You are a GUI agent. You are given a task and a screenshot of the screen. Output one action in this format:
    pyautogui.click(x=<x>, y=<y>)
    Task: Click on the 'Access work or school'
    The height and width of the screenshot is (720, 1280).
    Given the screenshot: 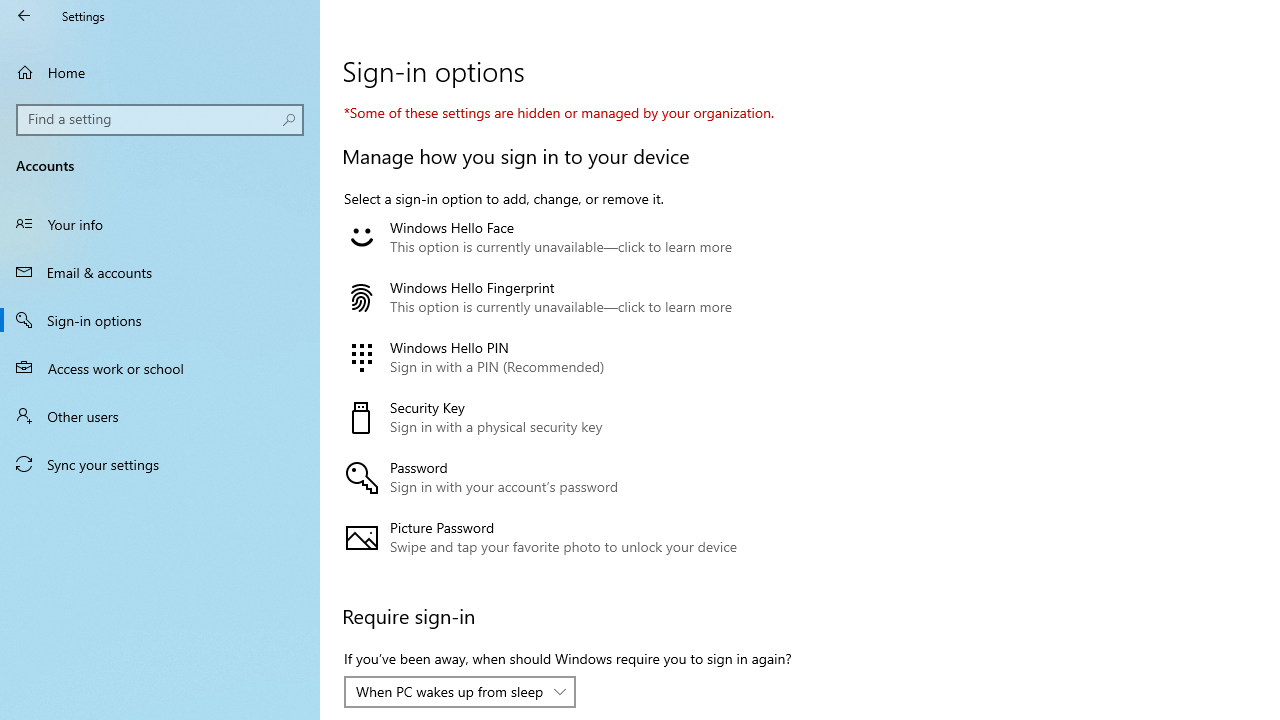 What is the action you would take?
    pyautogui.click(x=160, y=367)
    